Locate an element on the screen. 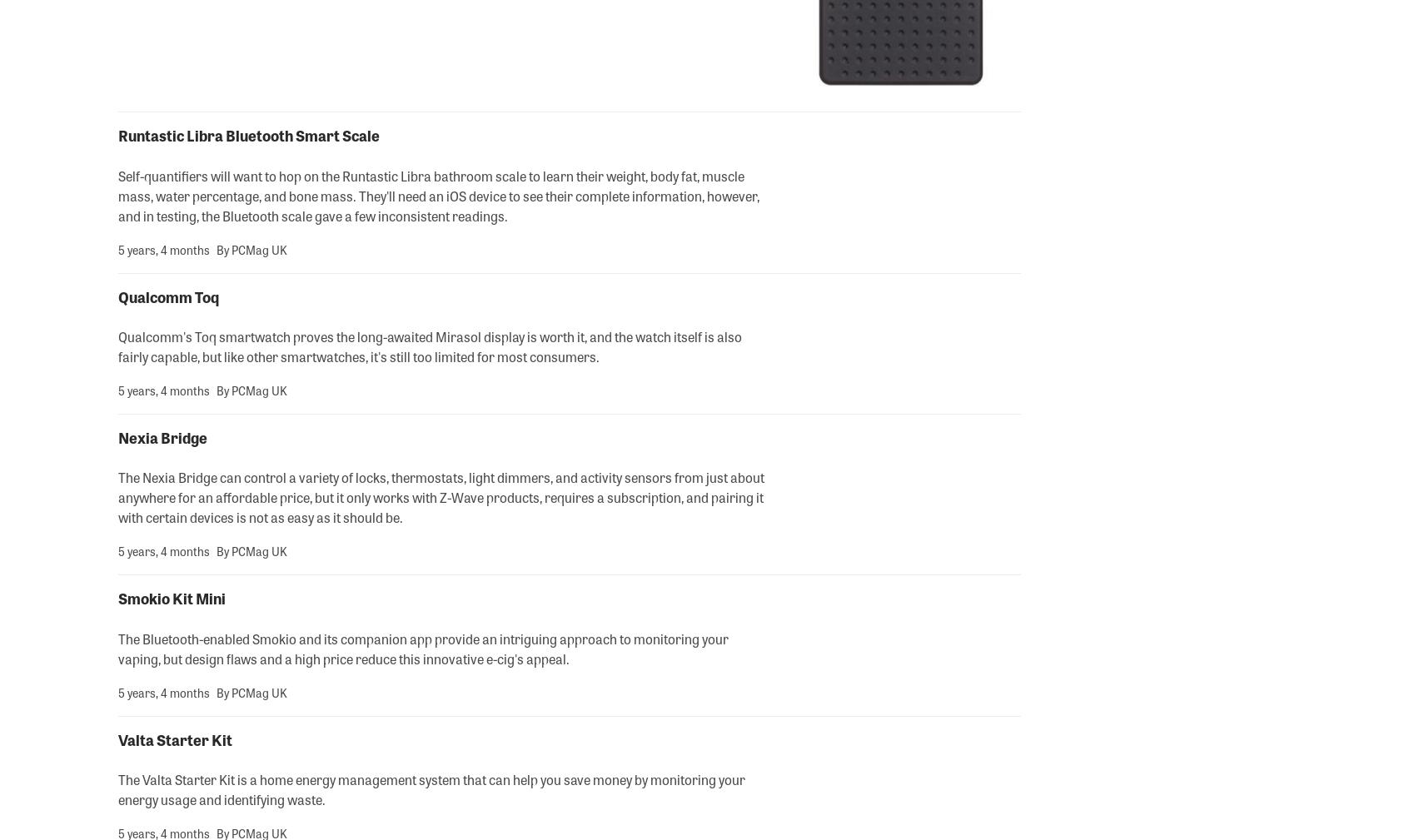  'The Bluetooth-enabled Smokio and its companion app provide an intriguing approach to monitoring your vaping, but design flaws and a high price reduce this innovative e-cig's appeal.' is located at coordinates (423, 648).